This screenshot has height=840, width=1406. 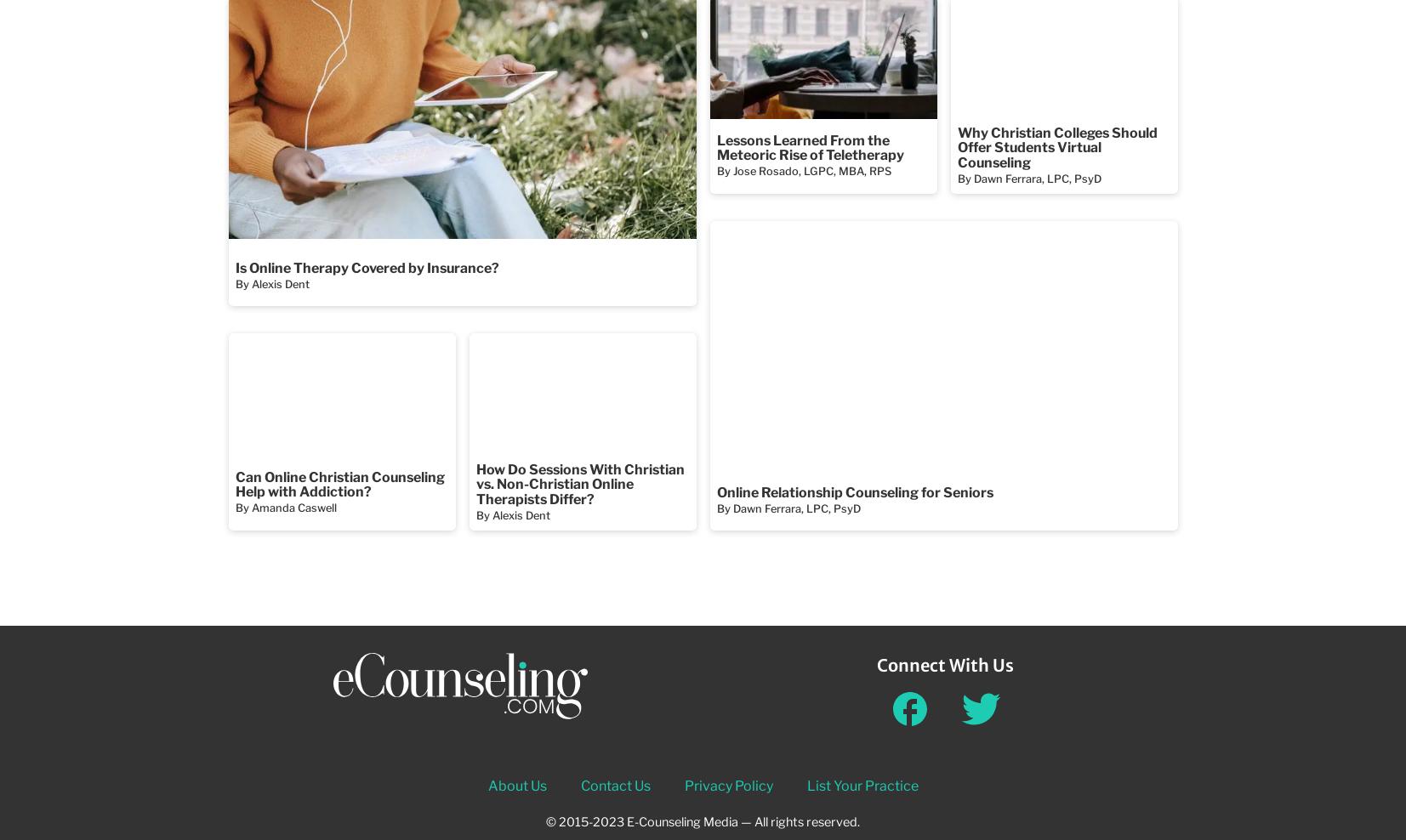 I want to click on 'By Amanda Caswell', so click(x=284, y=507).